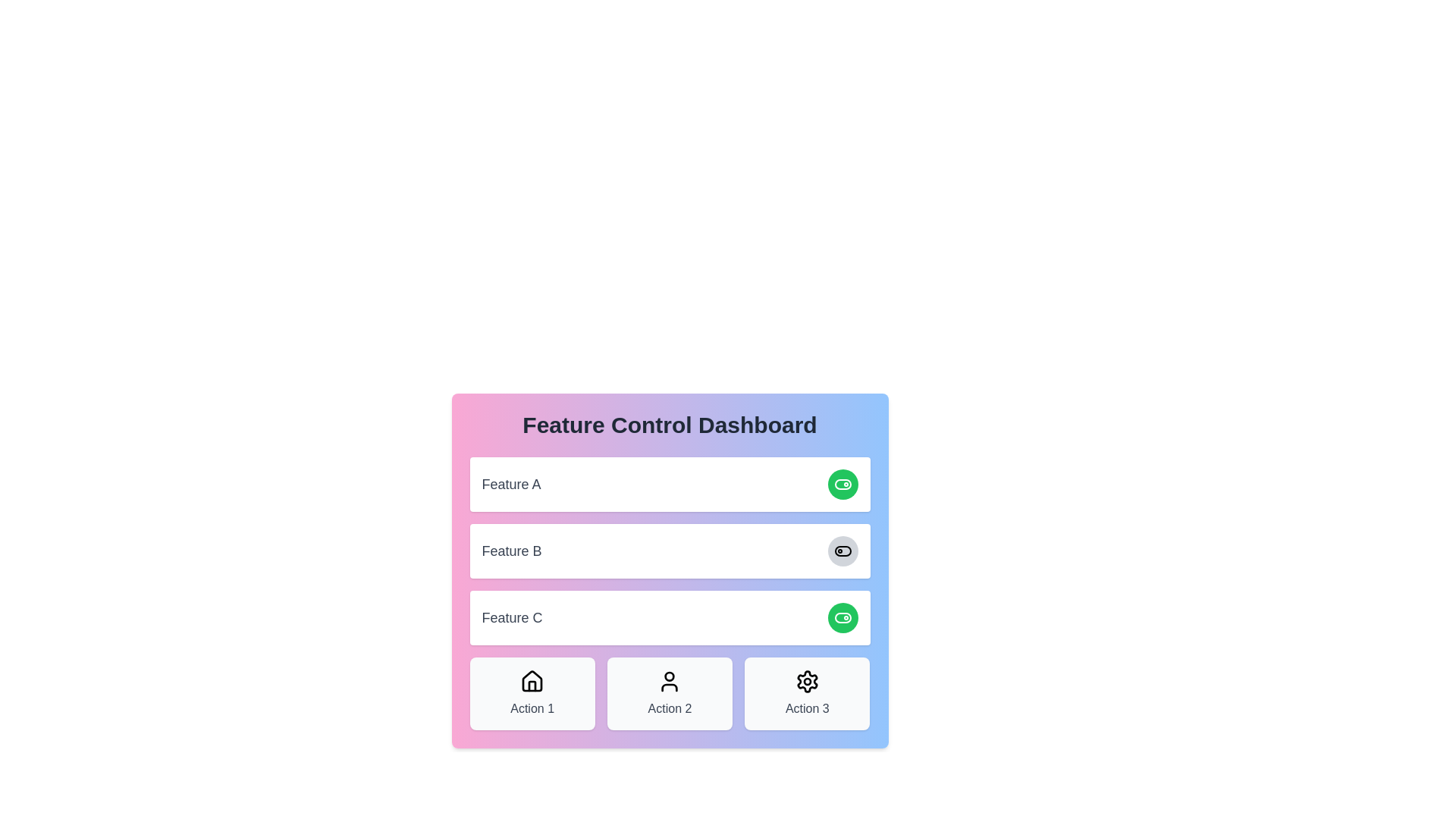 The width and height of the screenshot is (1456, 819). What do you see at coordinates (842, 485) in the screenshot?
I see `the toggle button located on the right side of the first feature row next` at bounding box center [842, 485].